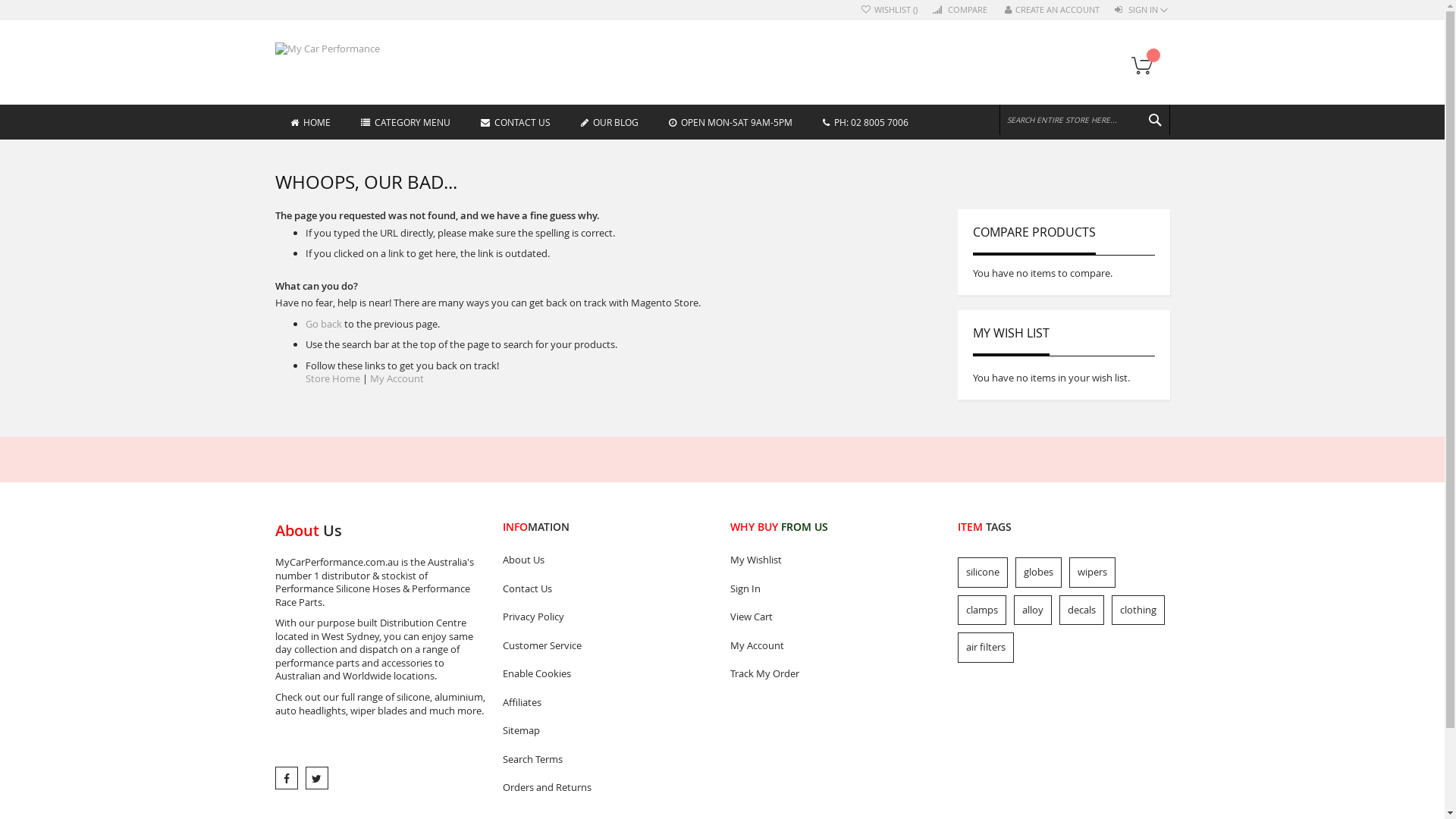 This screenshot has height=819, width=1456. What do you see at coordinates (1037, 573) in the screenshot?
I see `'globes'` at bounding box center [1037, 573].